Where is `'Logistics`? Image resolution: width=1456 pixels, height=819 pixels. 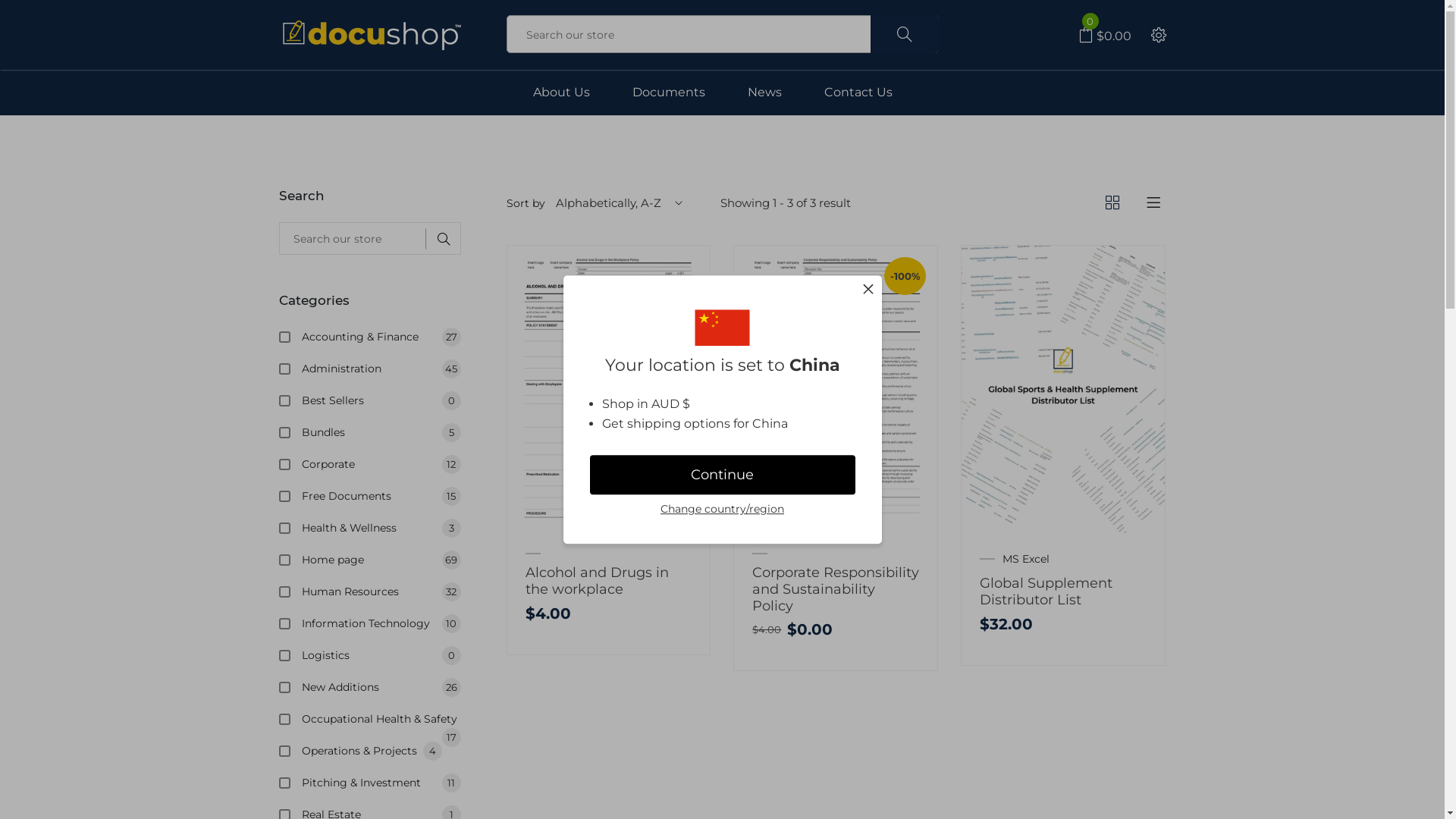 'Logistics is located at coordinates (381, 654).